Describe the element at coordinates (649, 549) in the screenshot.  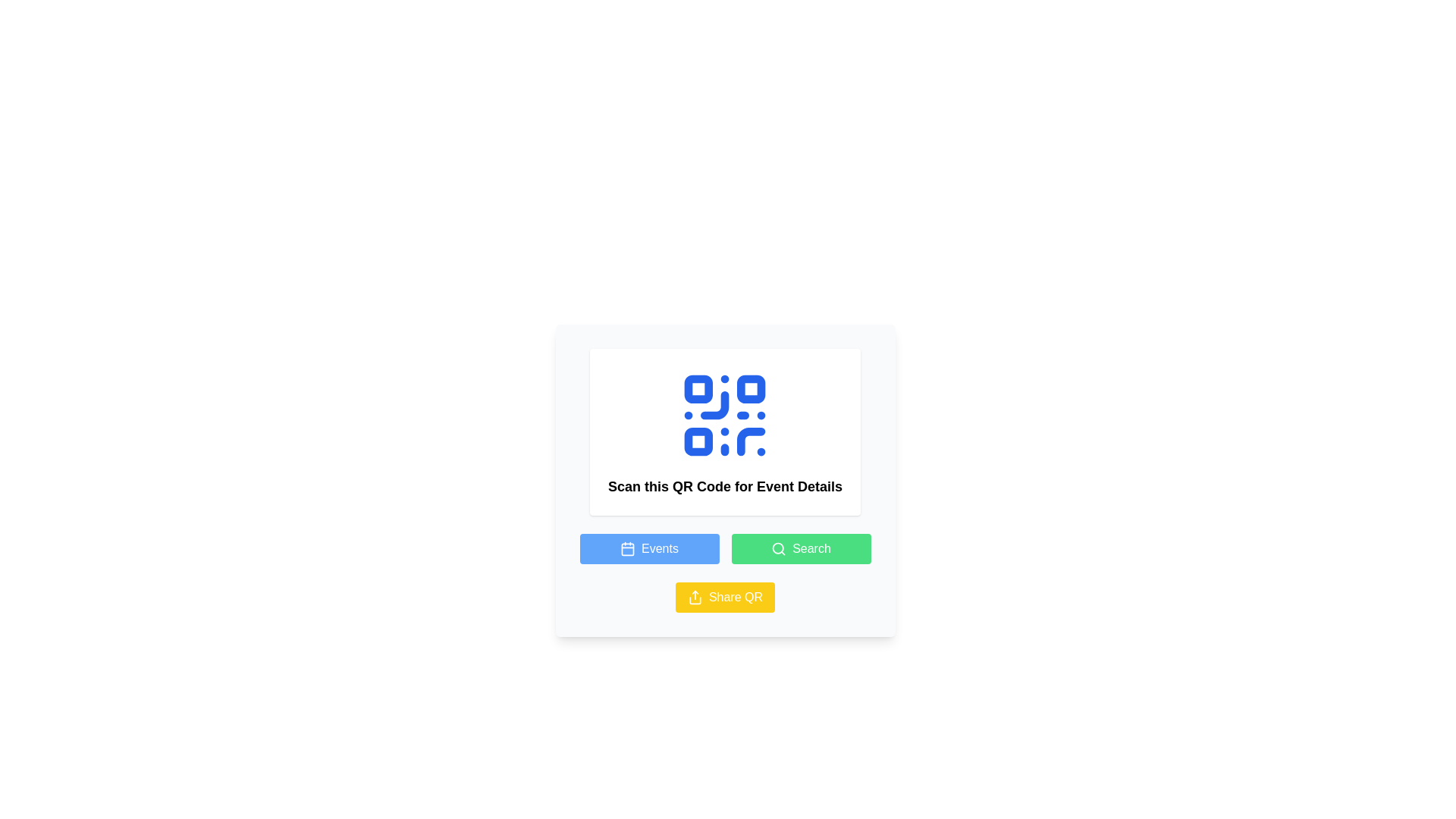
I see `the blue rectangular button labeled 'Events' with a calendar icon to observe any hover effects` at that location.